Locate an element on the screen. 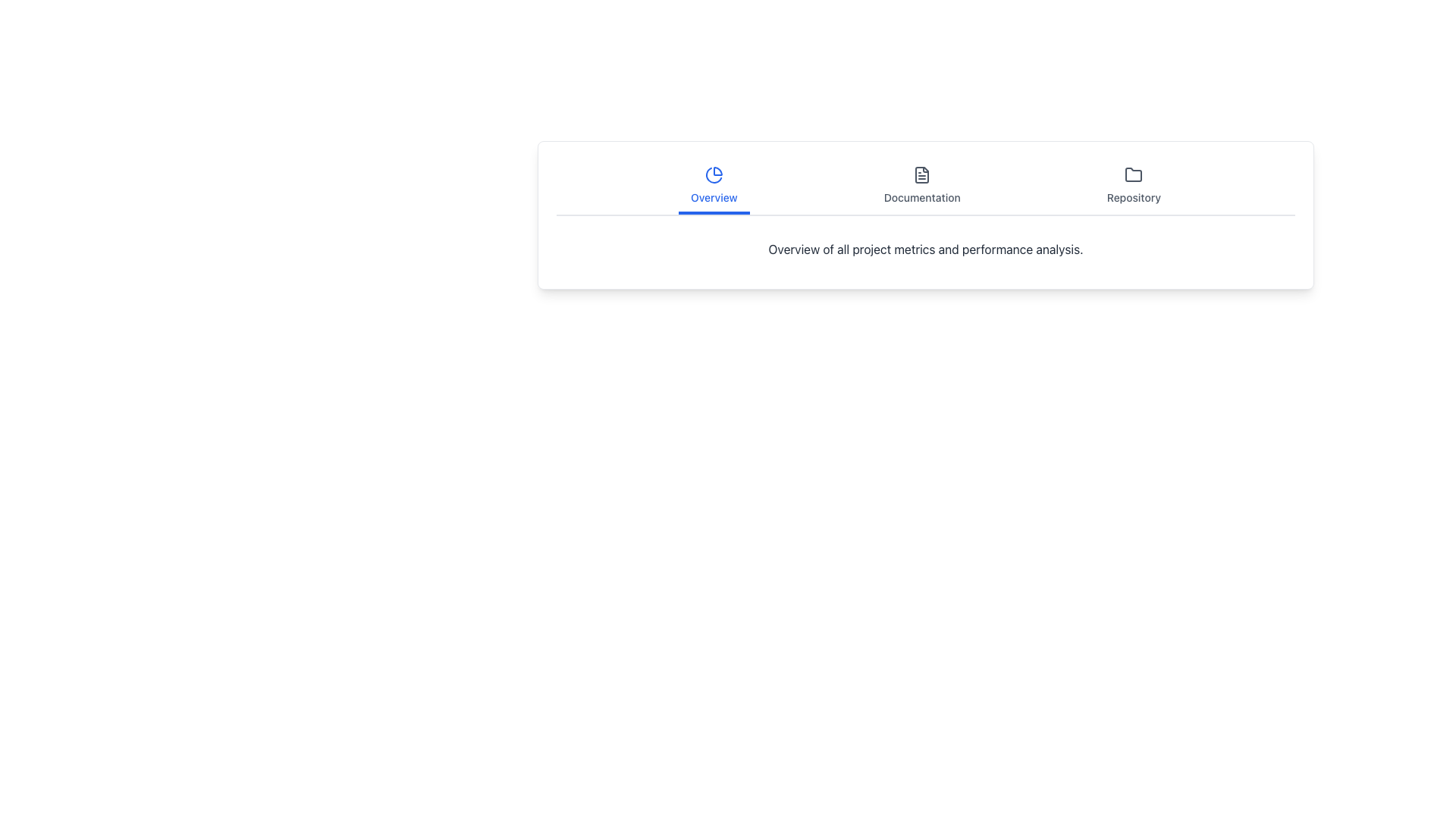  text element stating 'Overview of all project metrics and performance analysis.' centered below the navigation bar is located at coordinates (924, 248).